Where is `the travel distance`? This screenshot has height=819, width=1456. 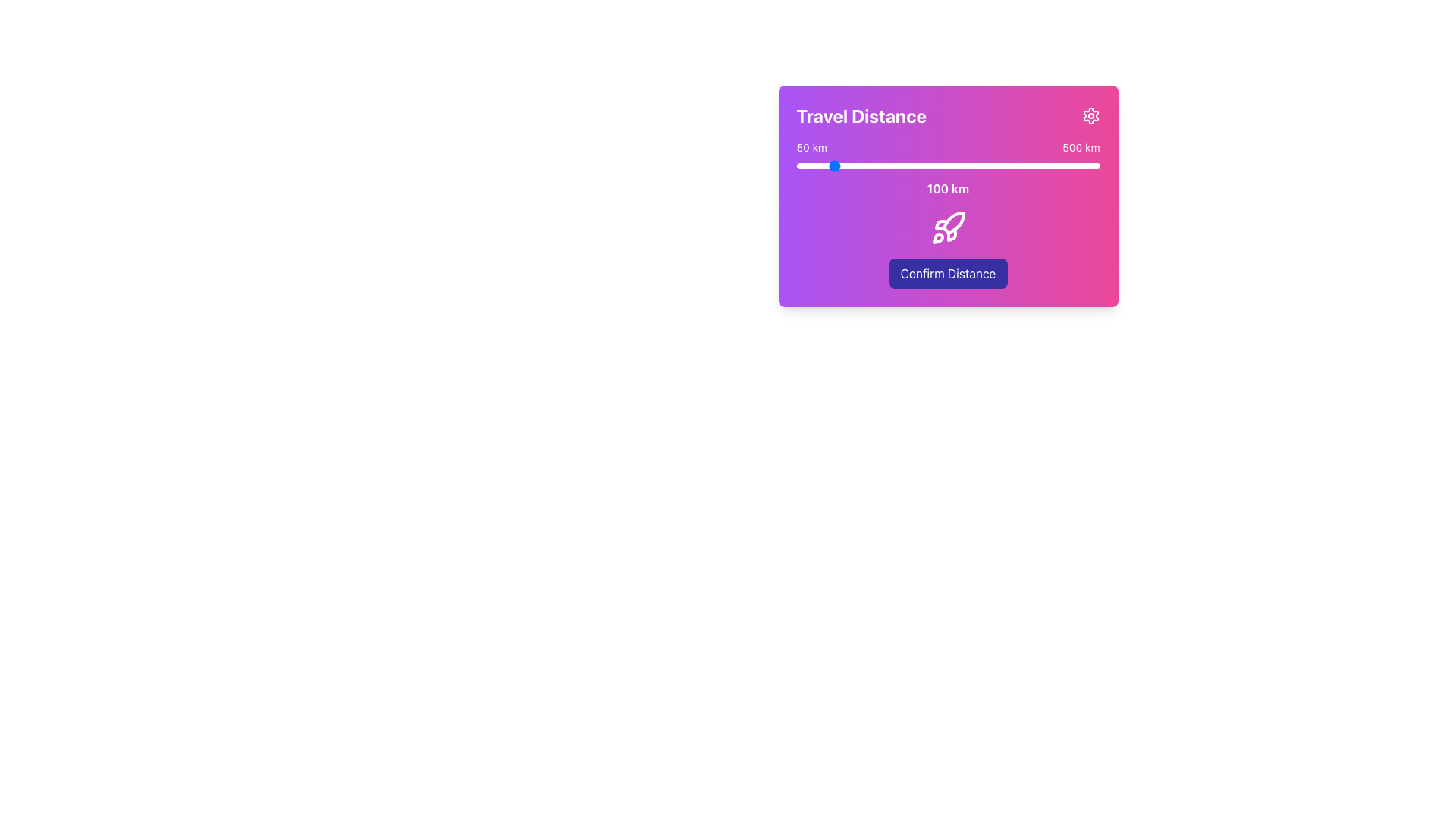 the travel distance is located at coordinates (932, 166).